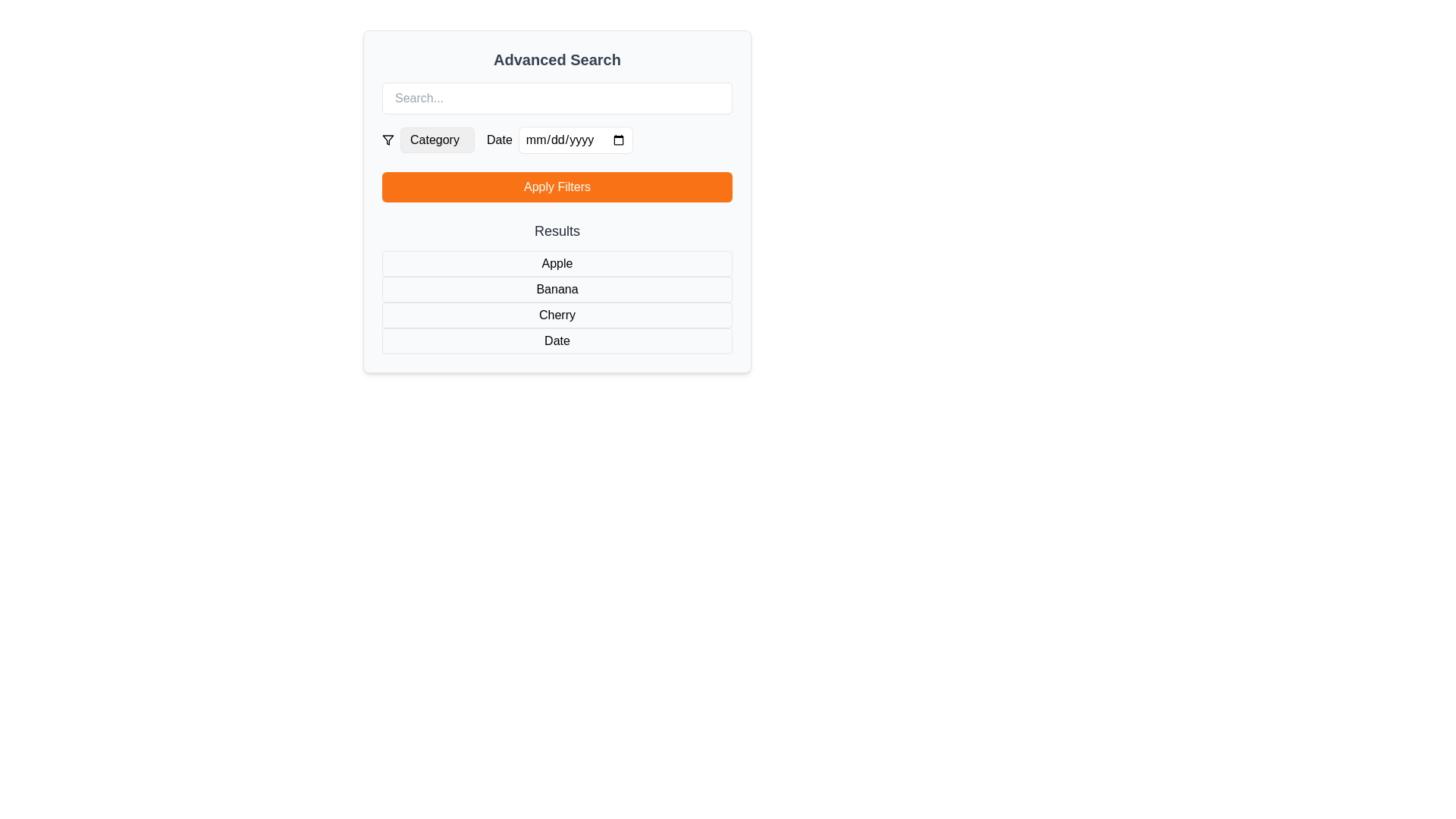  Describe the element at coordinates (556, 186) in the screenshot. I see `the filter application button located in the 'Advanced Search' section` at that location.